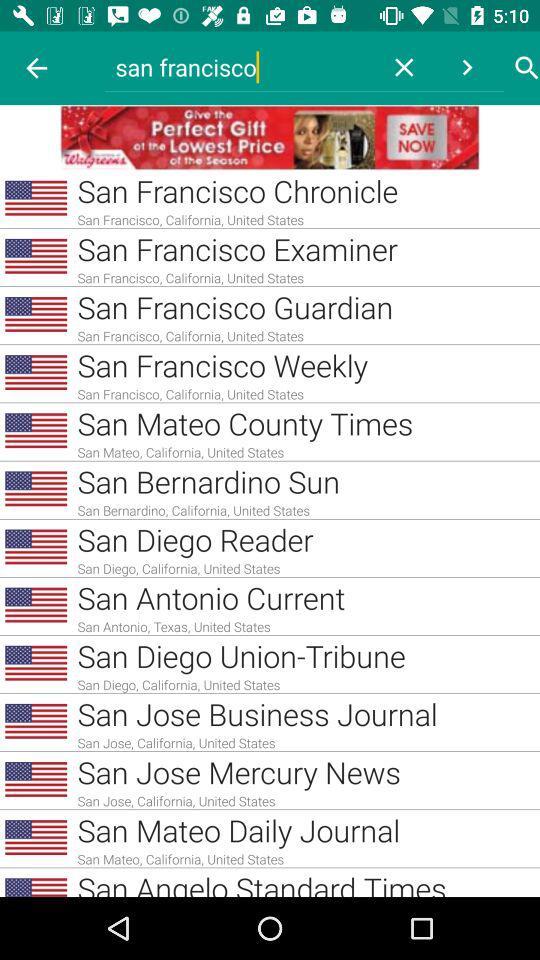  I want to click on search box, so click(527, 68).